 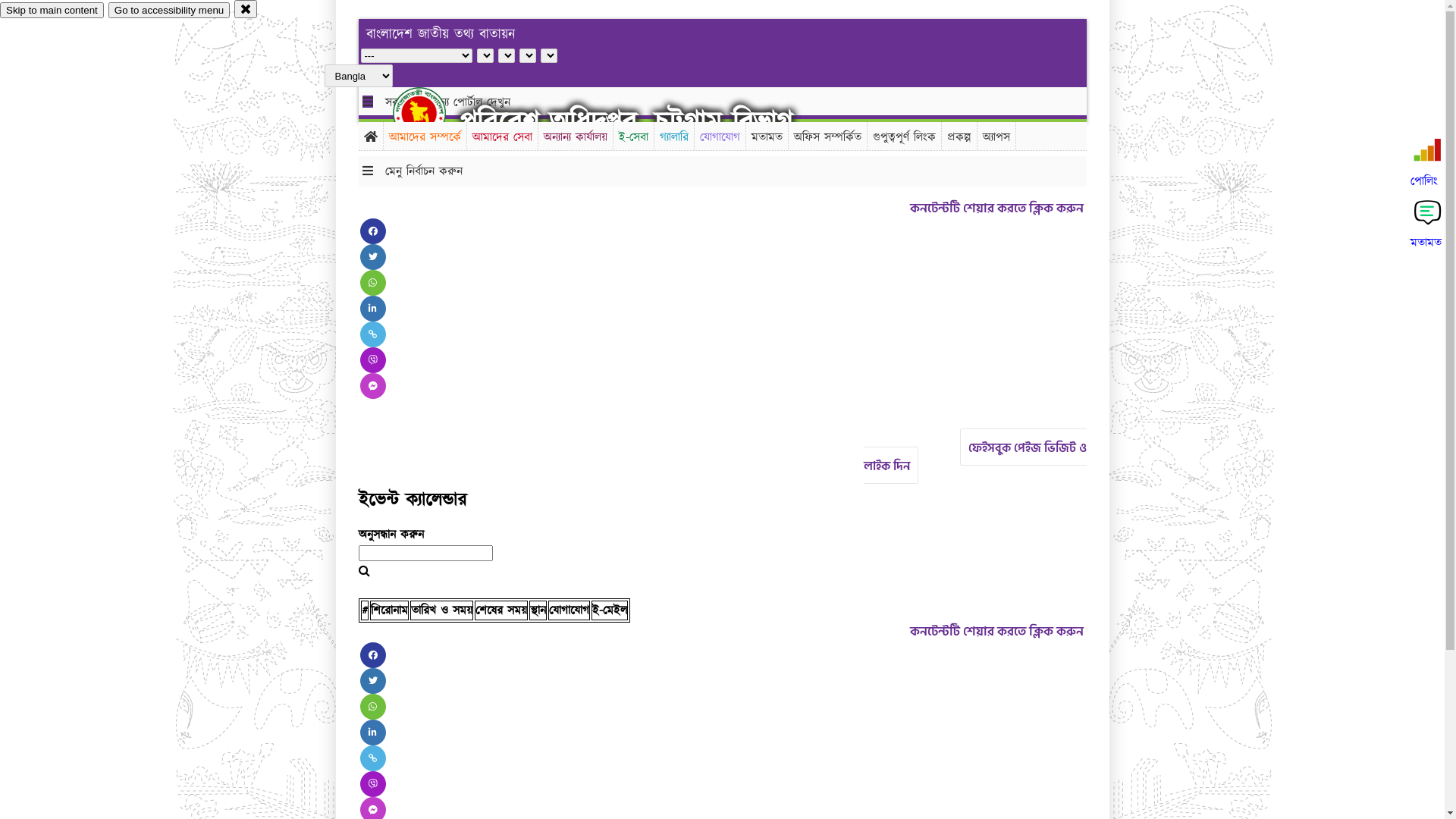 I want to click on 'Skip to main content', so click(x=52, y=10).